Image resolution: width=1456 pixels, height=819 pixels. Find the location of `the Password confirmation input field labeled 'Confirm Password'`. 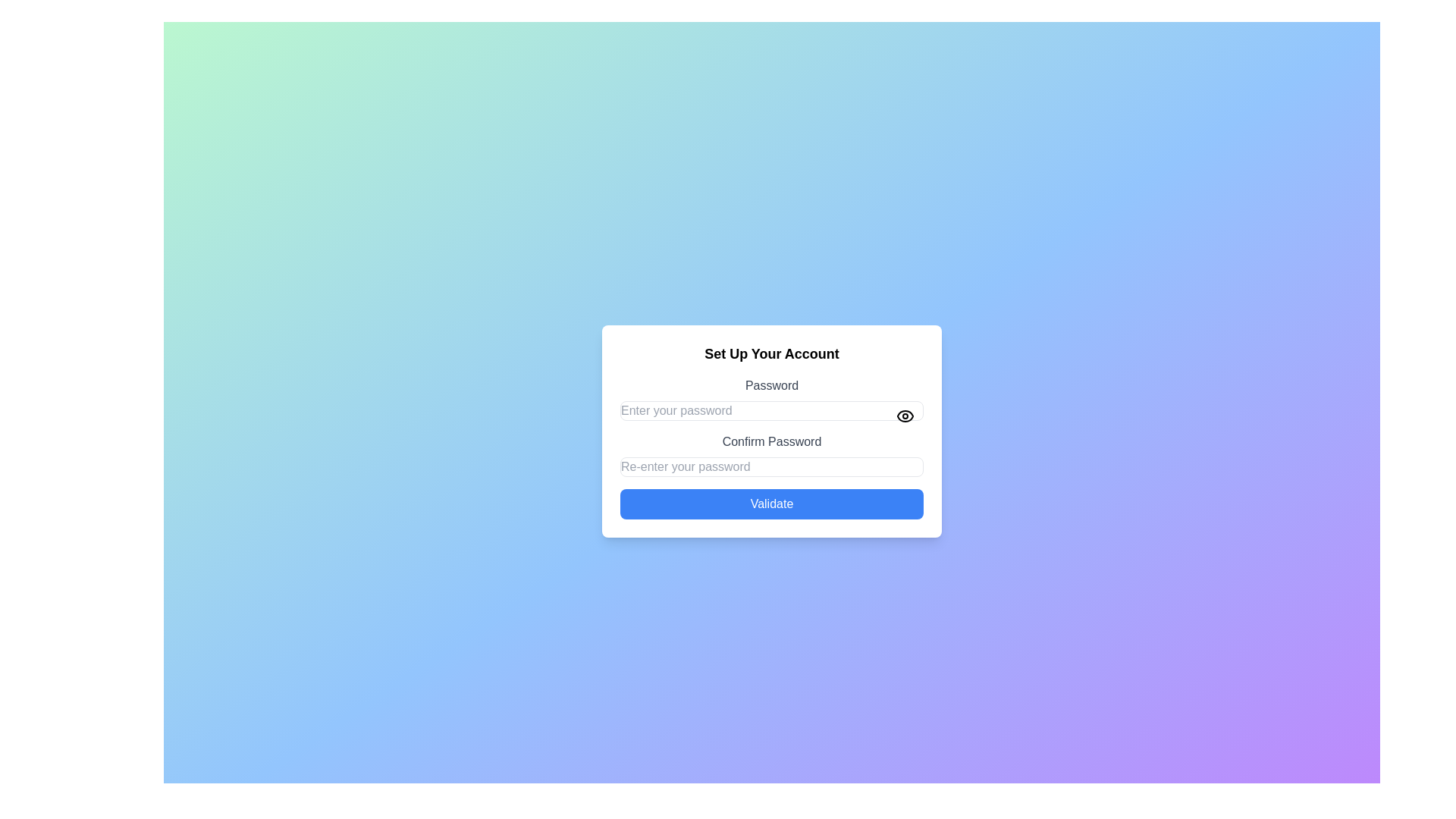

the Password confirmation input field labeled 'Confirm Password' is located at coordinates (771, 454).